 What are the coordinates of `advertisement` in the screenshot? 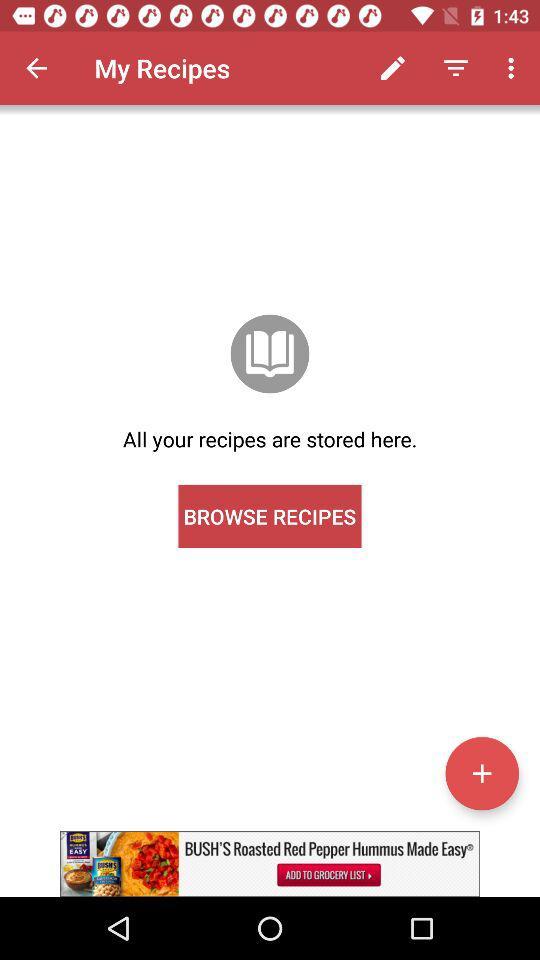 It's located at (270, 863).